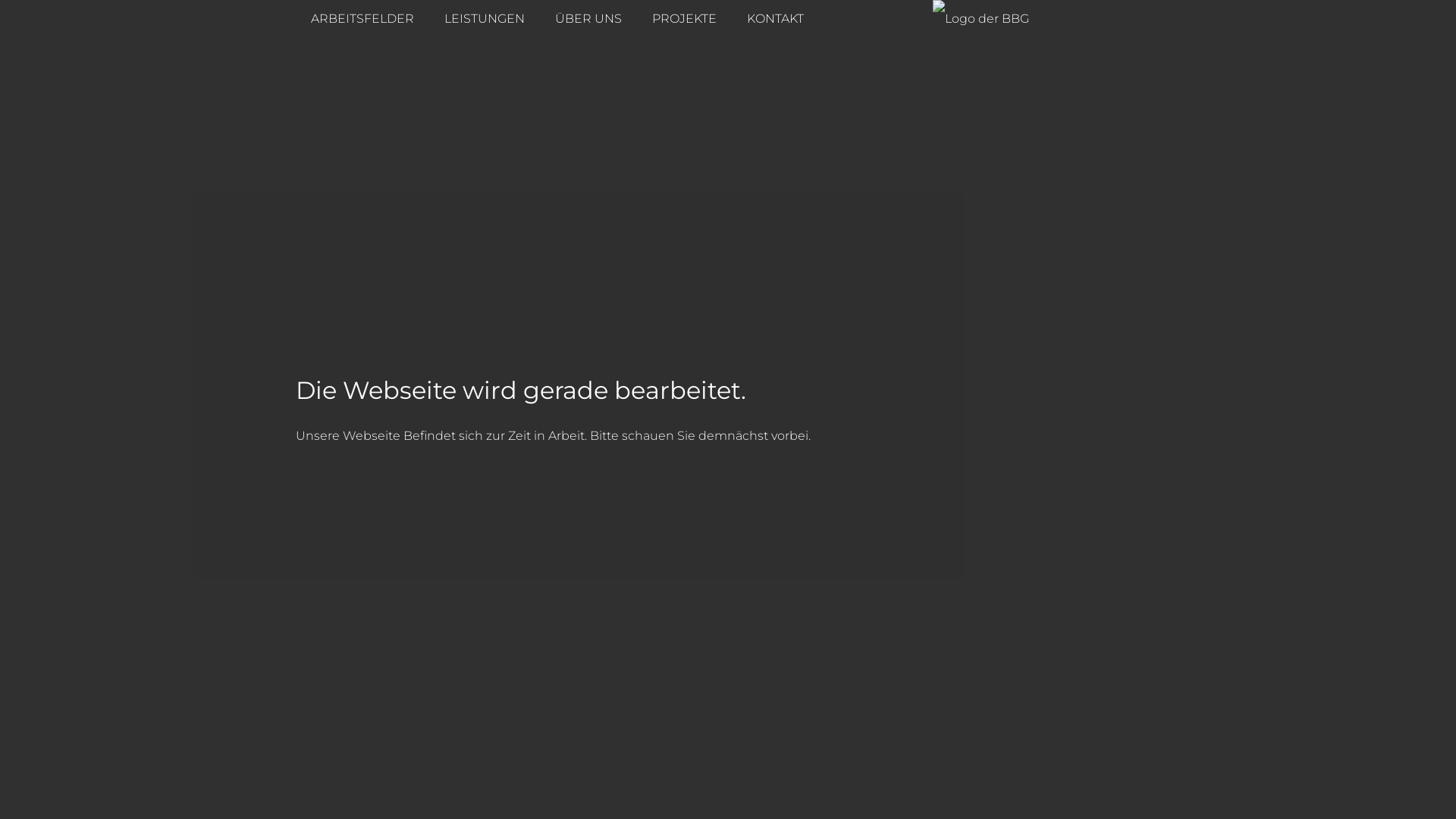 This screenshot has width=1456, height=819. Describe the element at coordinates (483, 18) in the screenshot. I see `'LEISTUNGEN'` at that location.